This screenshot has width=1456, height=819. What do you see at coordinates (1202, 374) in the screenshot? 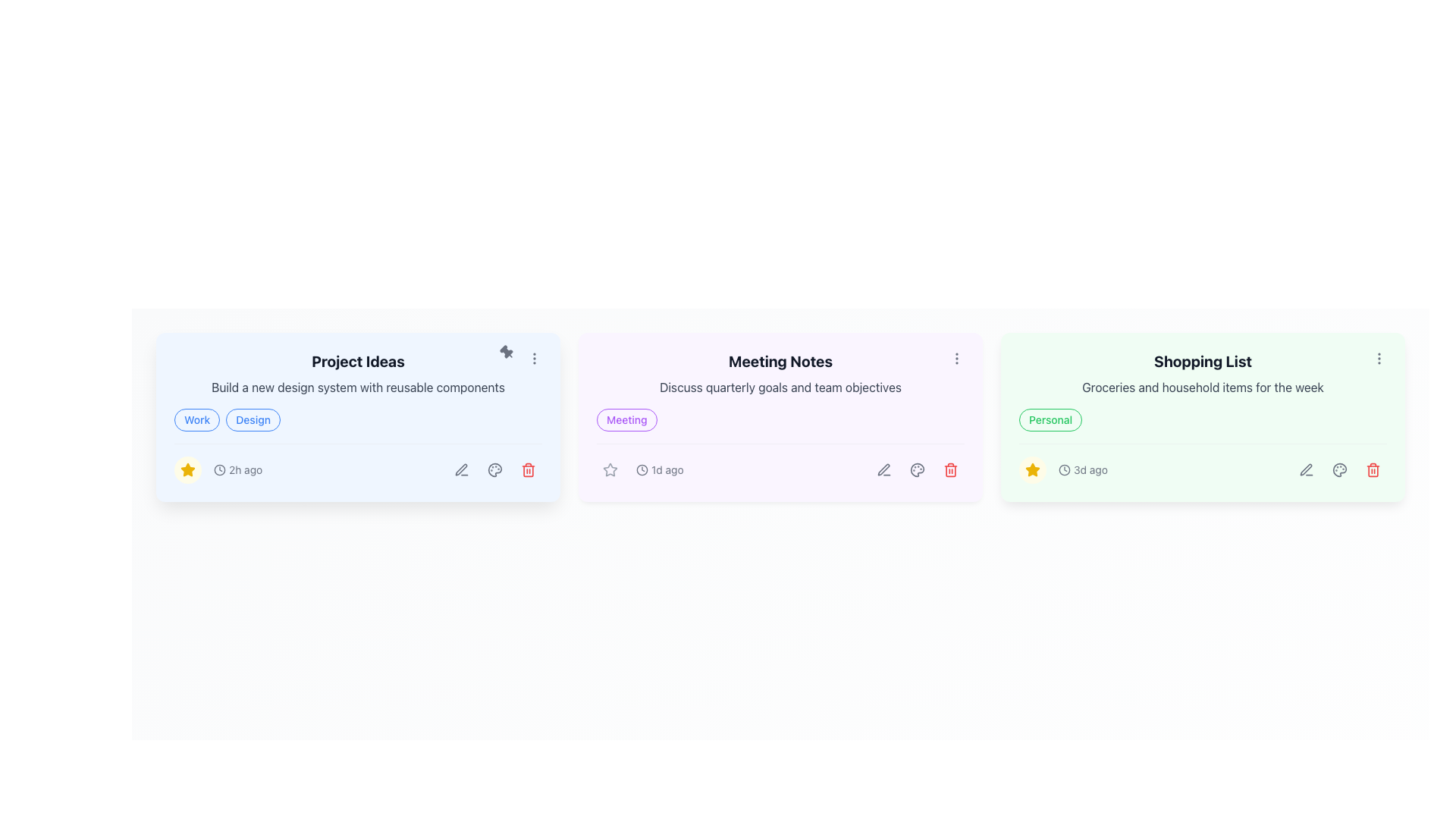
I see `the text block component located in the upper part of the third card from the left, which provides context about the shopping list` at bounding box center [1202, 374].